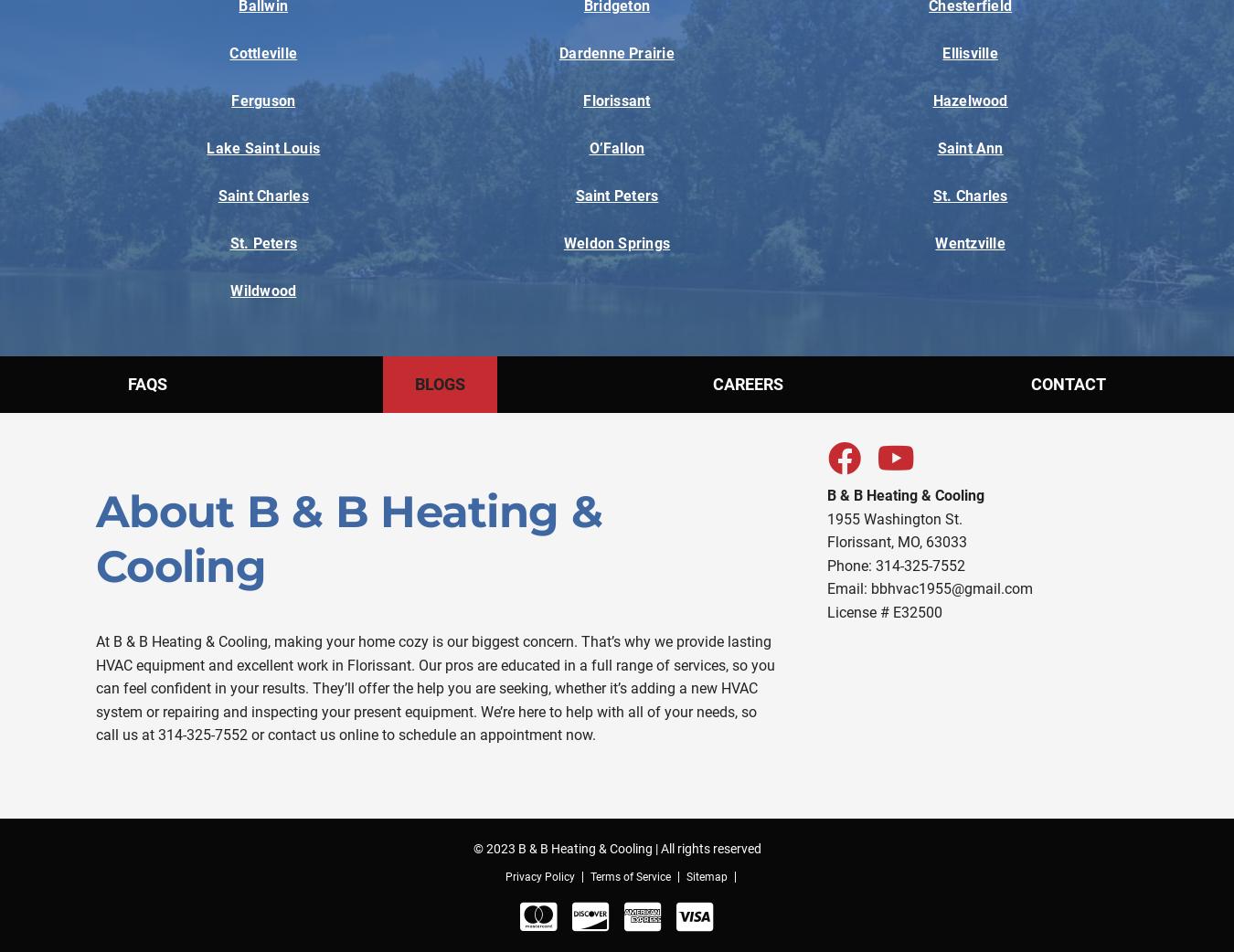  Describe the element at coordinates (969, 195) in the screenshot. I see `'St. Charles'` at that location.